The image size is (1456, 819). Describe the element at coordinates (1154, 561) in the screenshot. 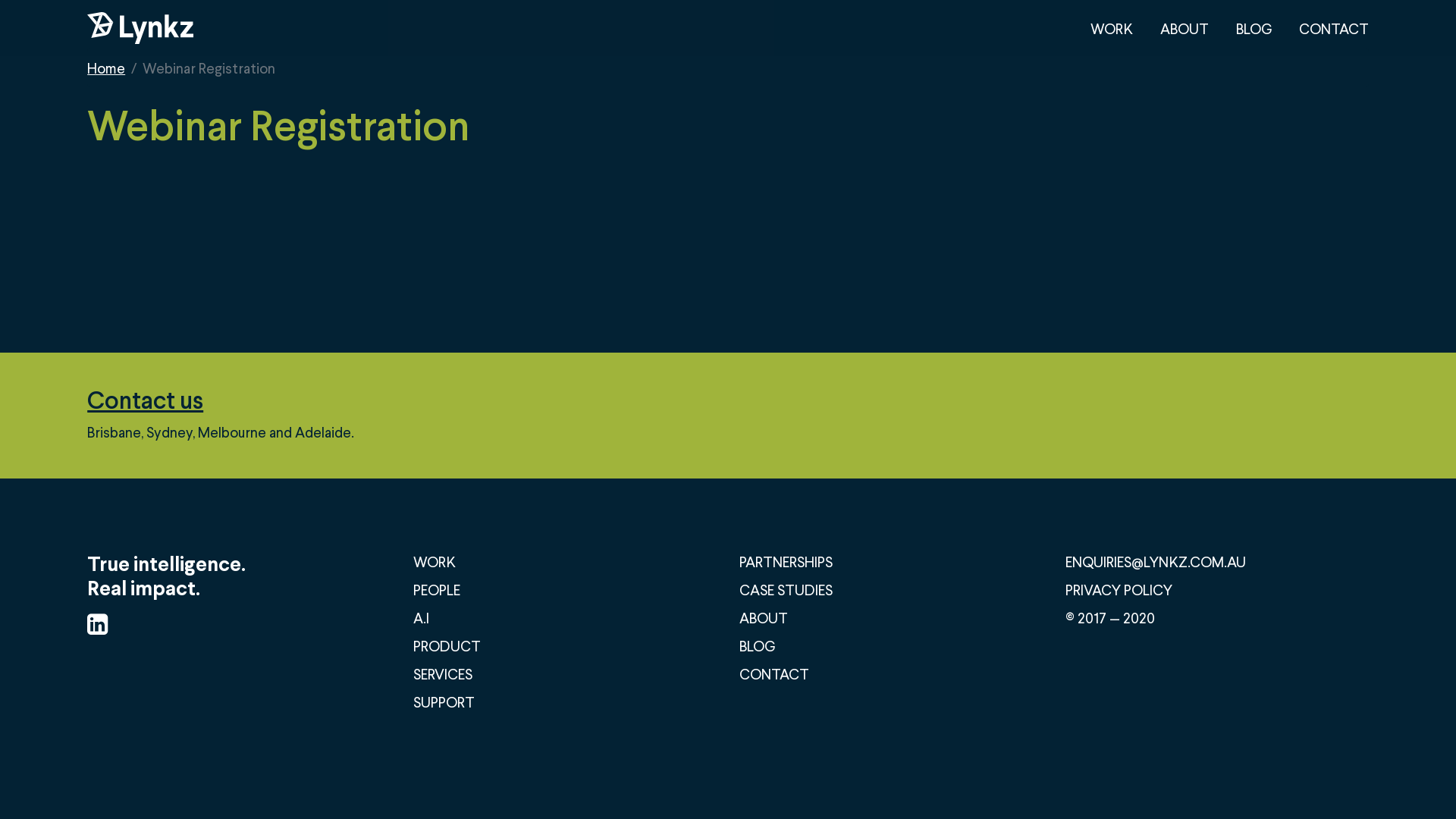

I see `'ENQUIRIES@LYNKZ.COM.AU'` at that location.